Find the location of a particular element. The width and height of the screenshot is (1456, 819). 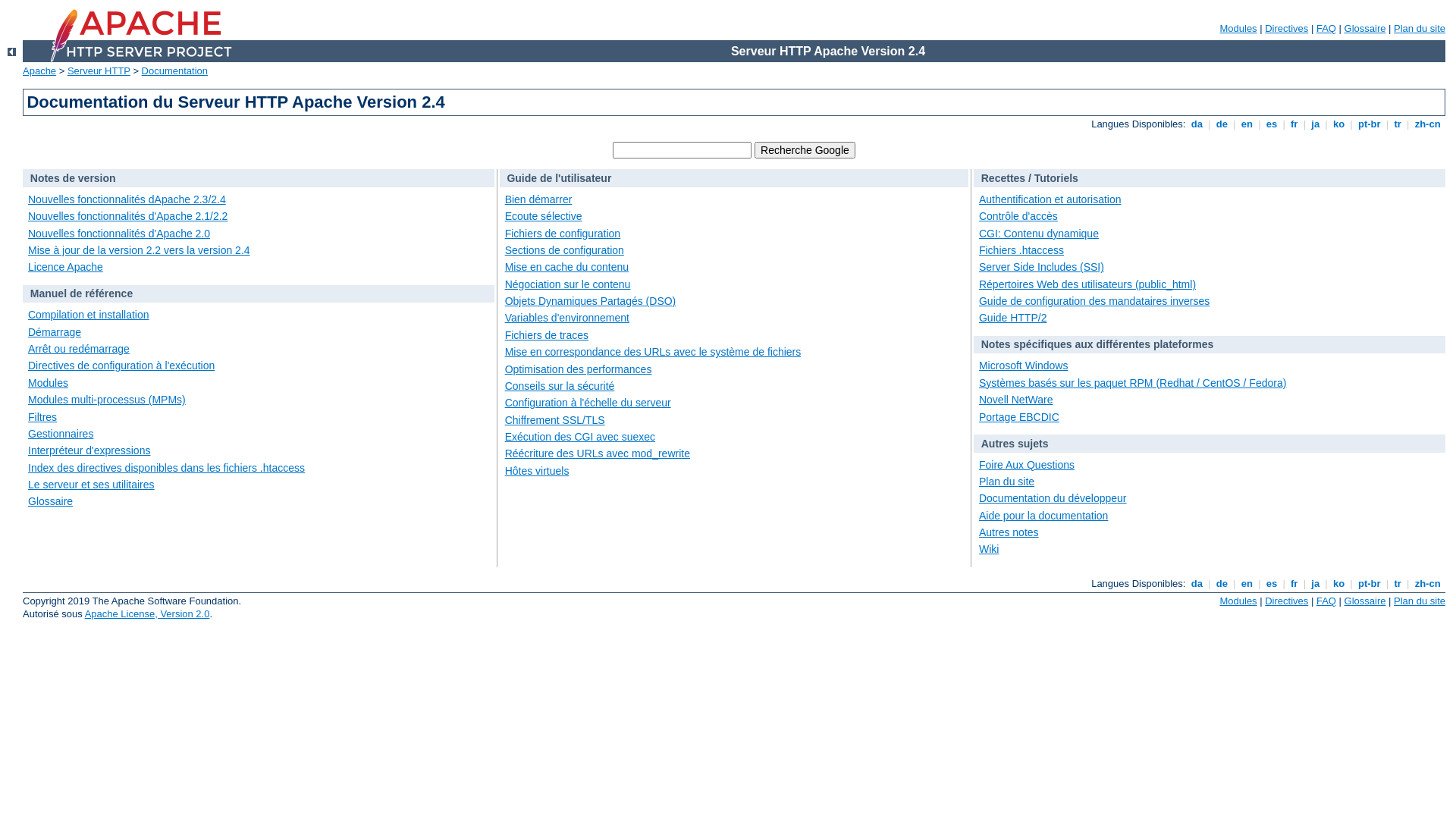

'Gestionnaires' is located at coordinates (28, 433).